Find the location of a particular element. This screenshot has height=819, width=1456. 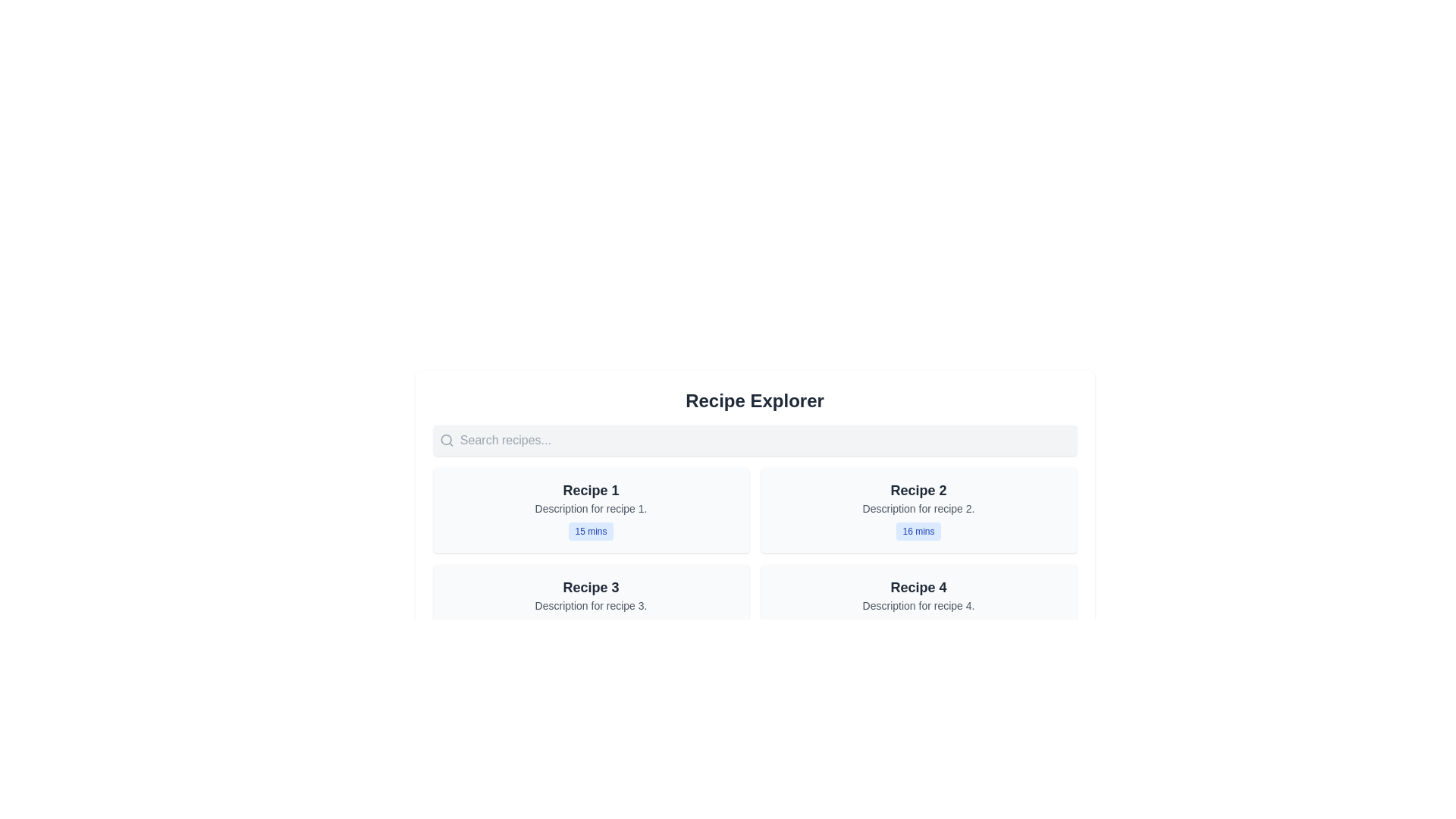

the descriptive text providing additional information about 'Recipe 3', which is located below the title 'Recipe 3' and above the duration '17 mins' is located at coordinates (590, 604).